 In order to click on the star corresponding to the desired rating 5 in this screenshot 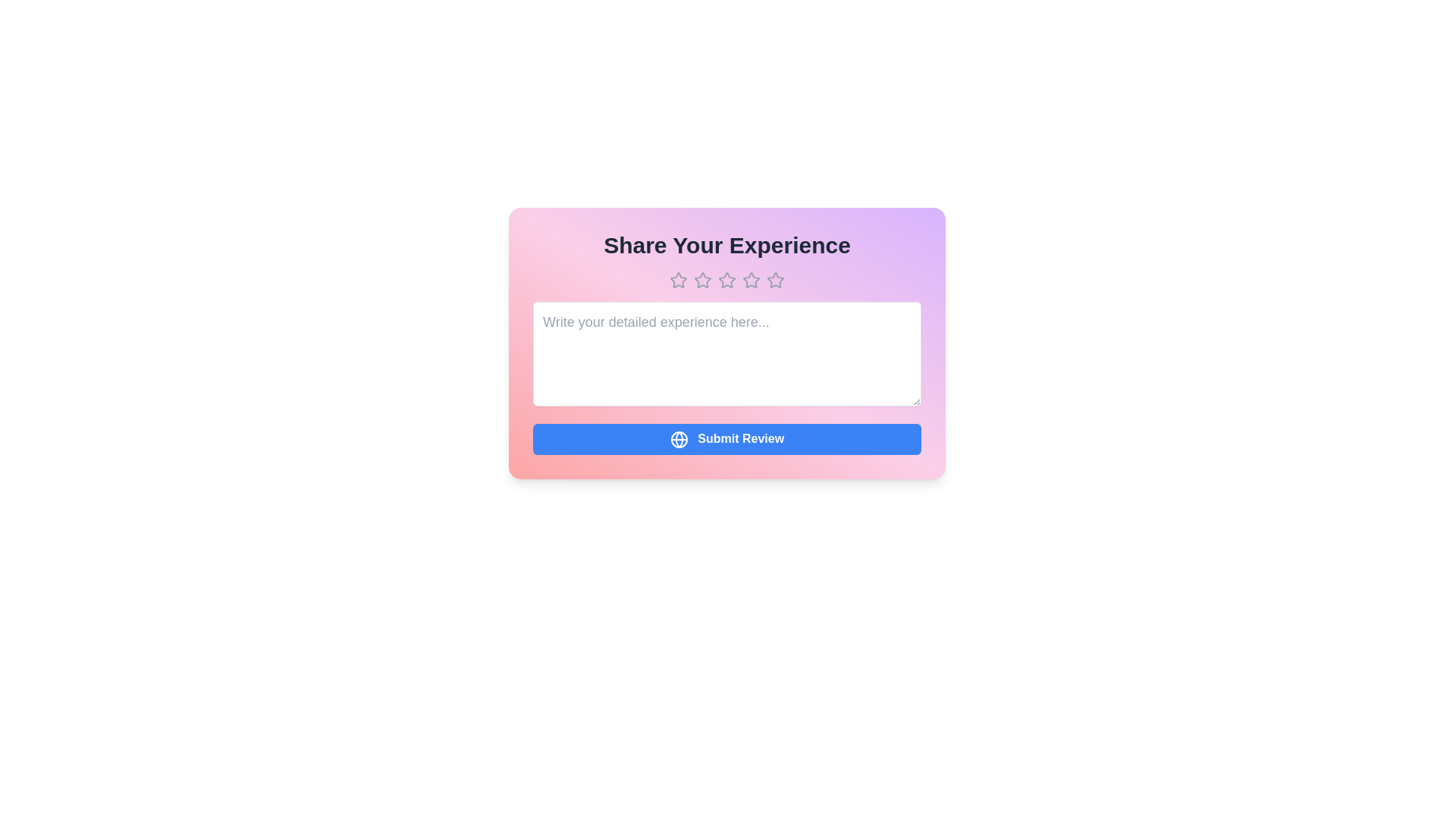, I will do `click(775, 281)`.